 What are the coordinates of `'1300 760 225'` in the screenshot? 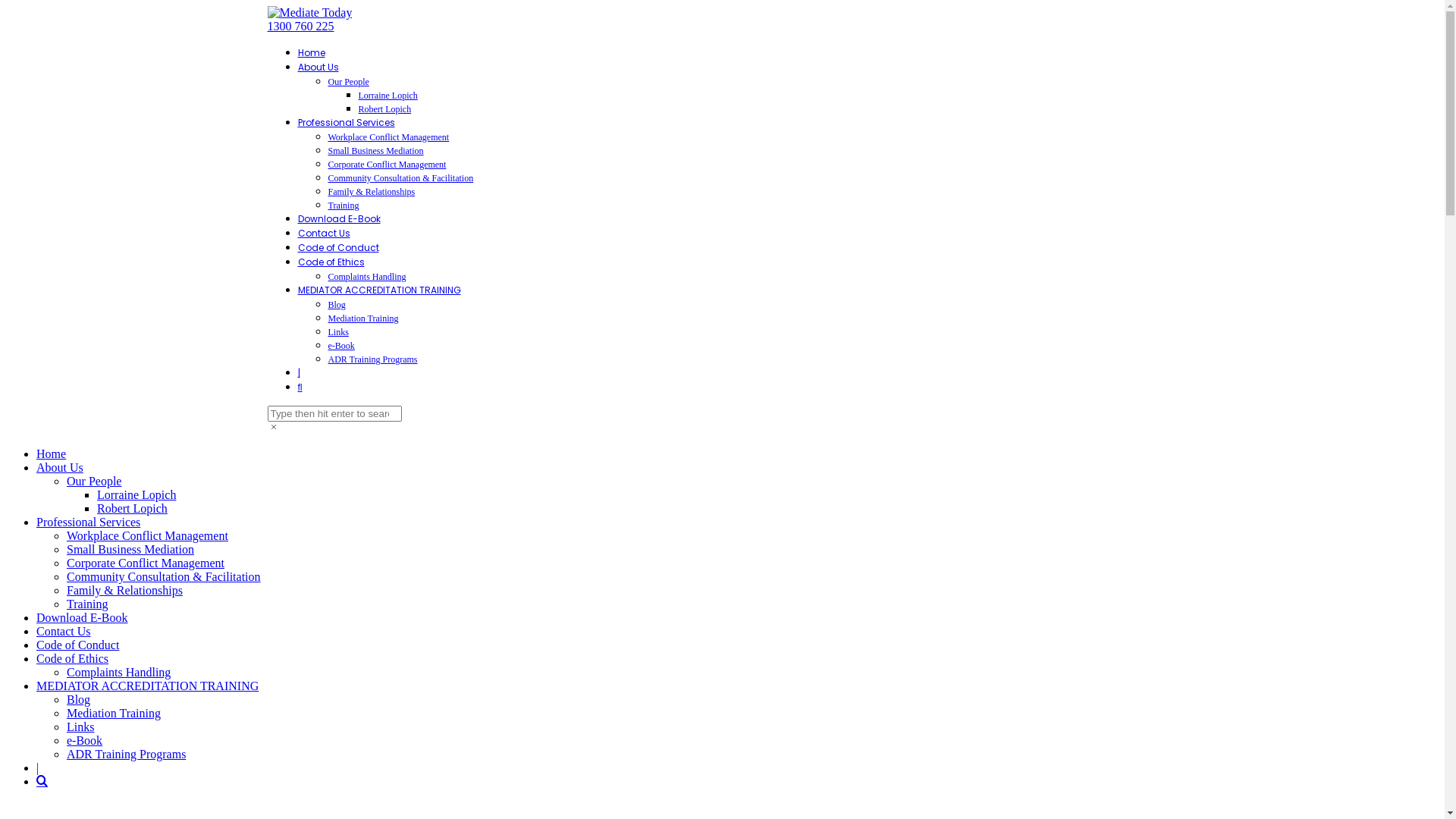 It's located at (300, 26).